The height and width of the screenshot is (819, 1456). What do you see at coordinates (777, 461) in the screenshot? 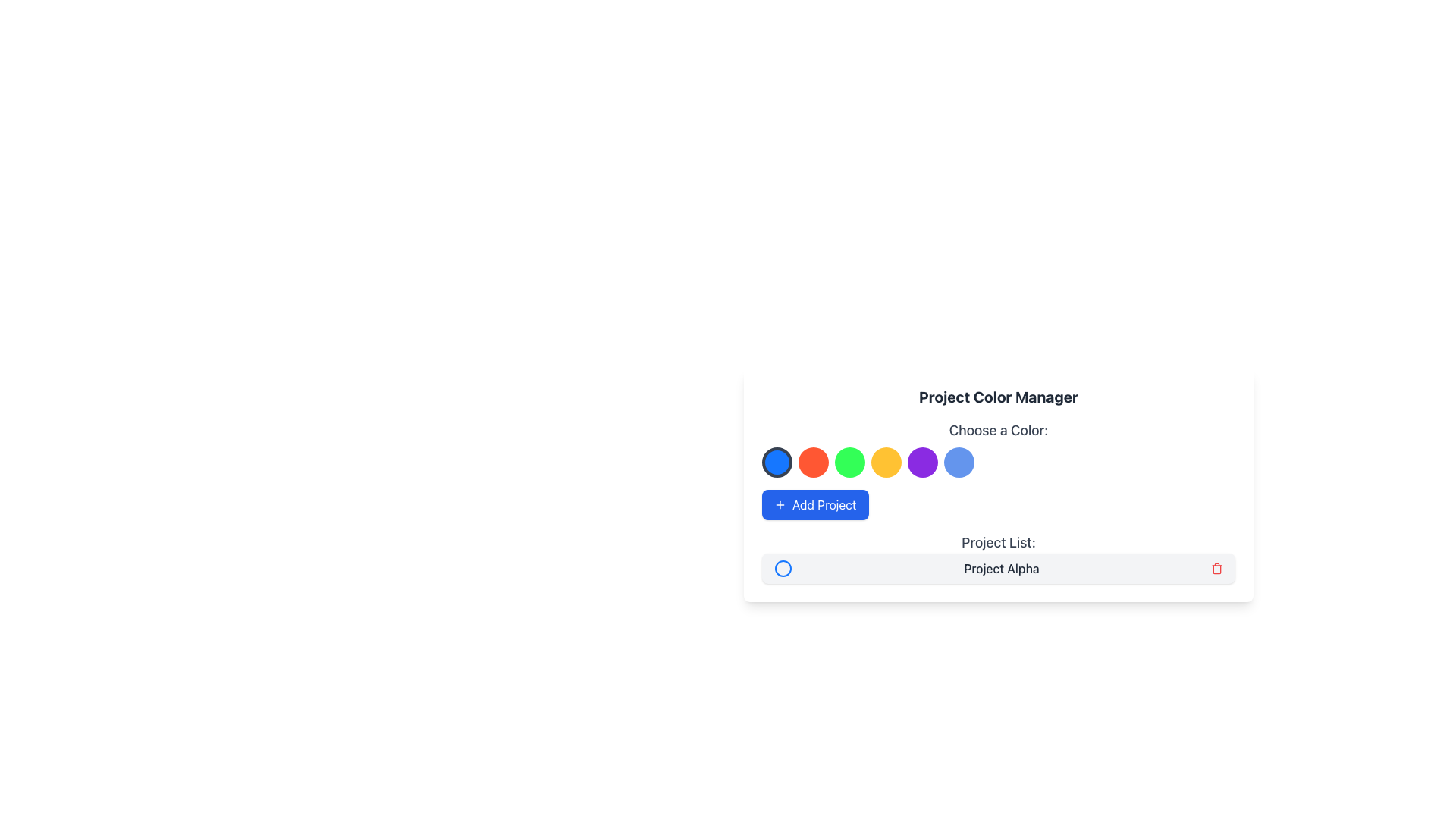
I see `the first circular button in the 'Choose a Color' section` at bounding box center [777, 461].